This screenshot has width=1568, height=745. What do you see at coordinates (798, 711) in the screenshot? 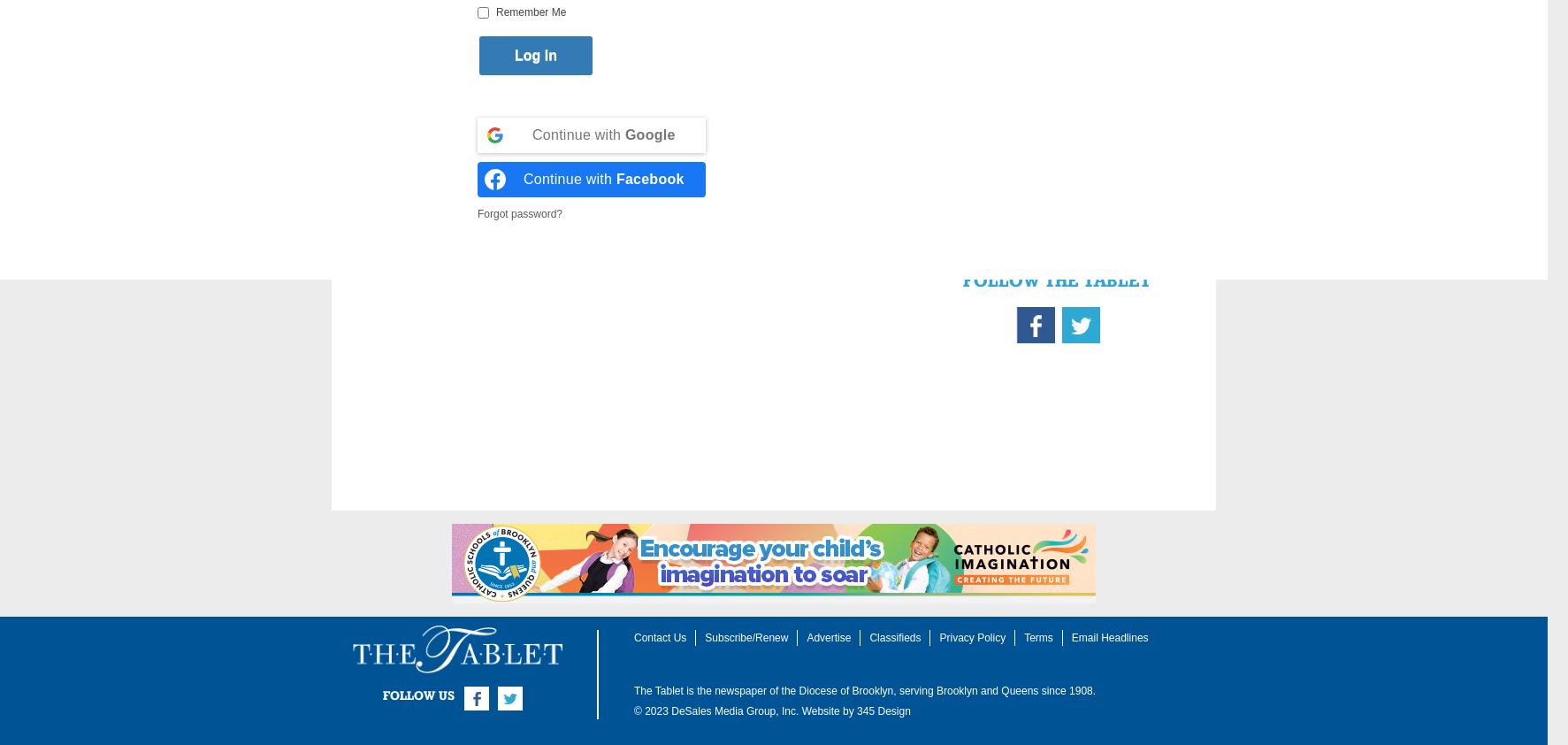
I see `'Website by'` at bounding box center [798, 711].